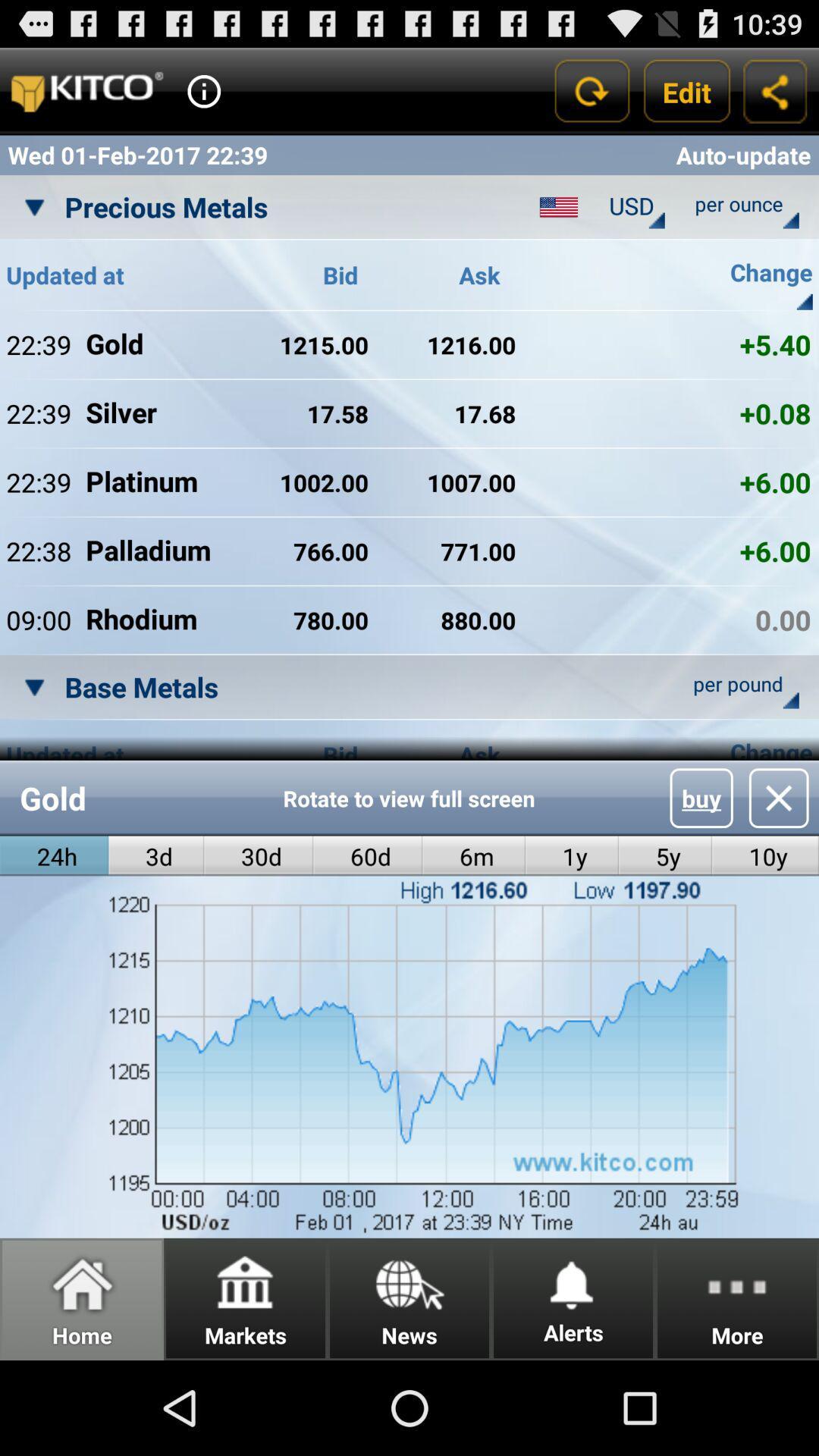 The height and width of the screenshot is (1456, 819). What do you see at coordinates (473, 856) in the screenshot?
I see `the radio button to the left of the 1y item` at bounding box center [473, 856].